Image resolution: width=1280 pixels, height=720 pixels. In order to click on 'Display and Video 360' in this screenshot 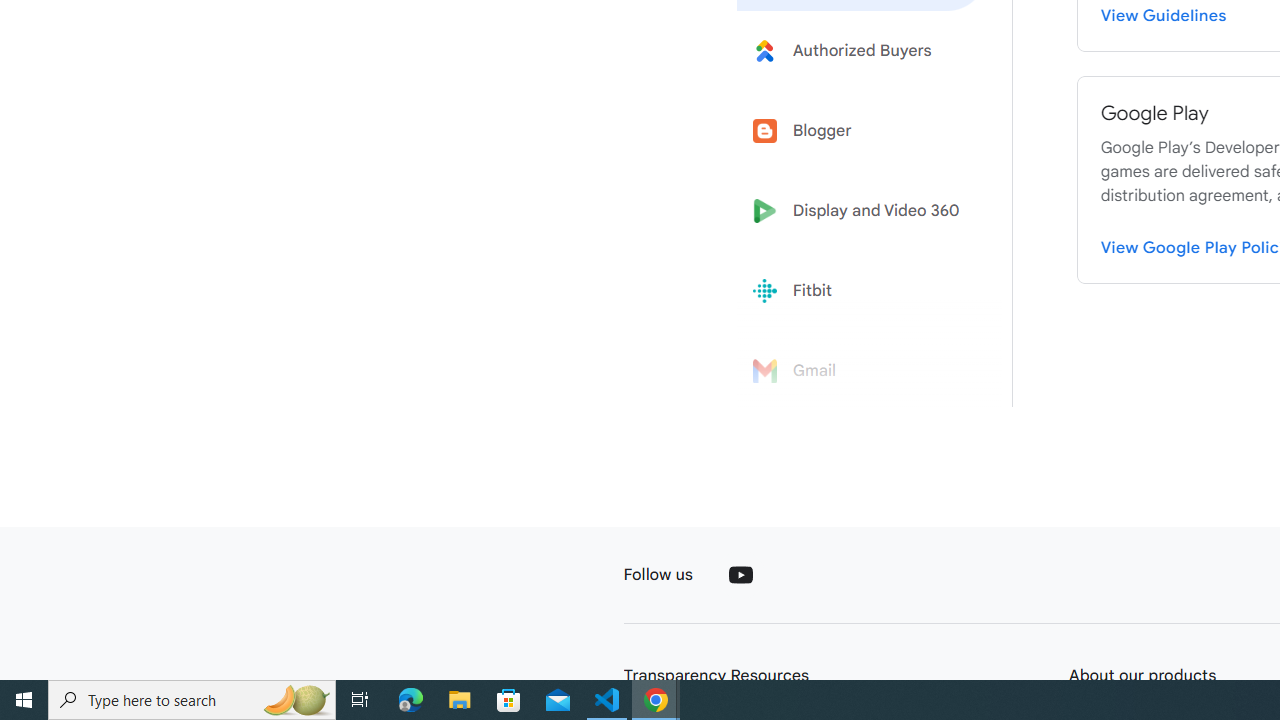, I will do `click(862, 211)`.